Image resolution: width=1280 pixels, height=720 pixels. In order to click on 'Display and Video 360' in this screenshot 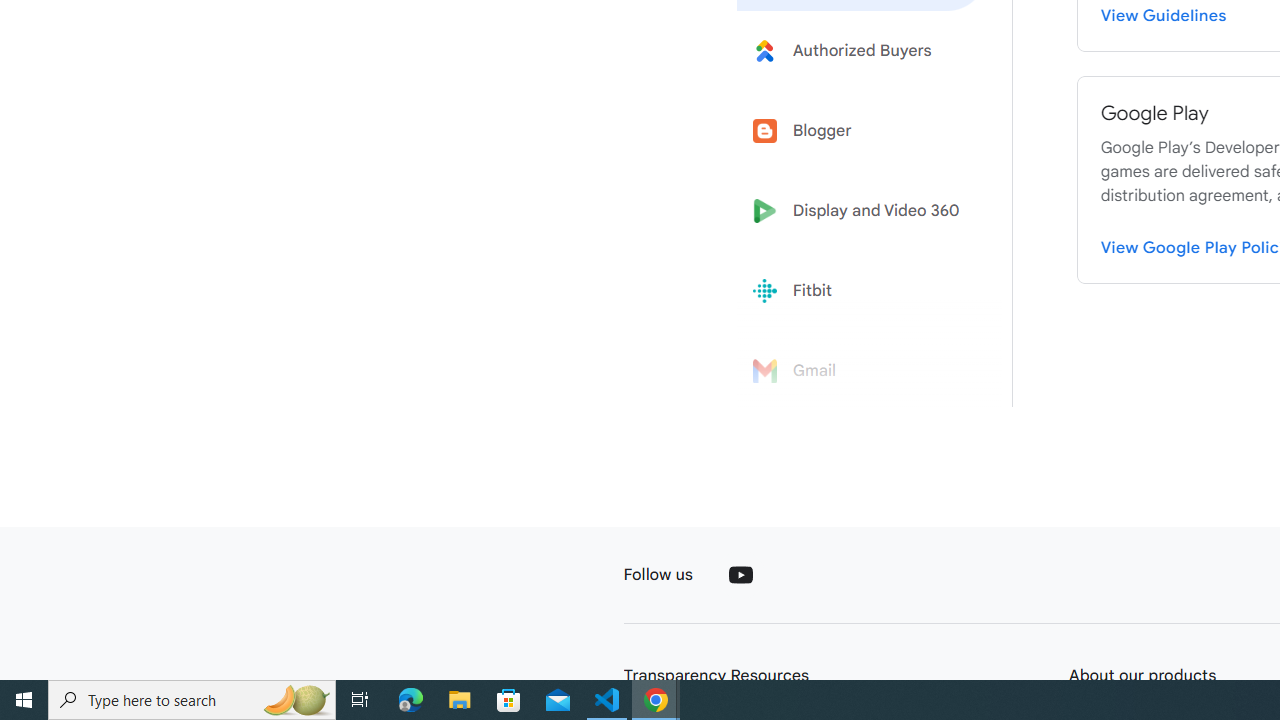, I will do `click(862, 211)`.